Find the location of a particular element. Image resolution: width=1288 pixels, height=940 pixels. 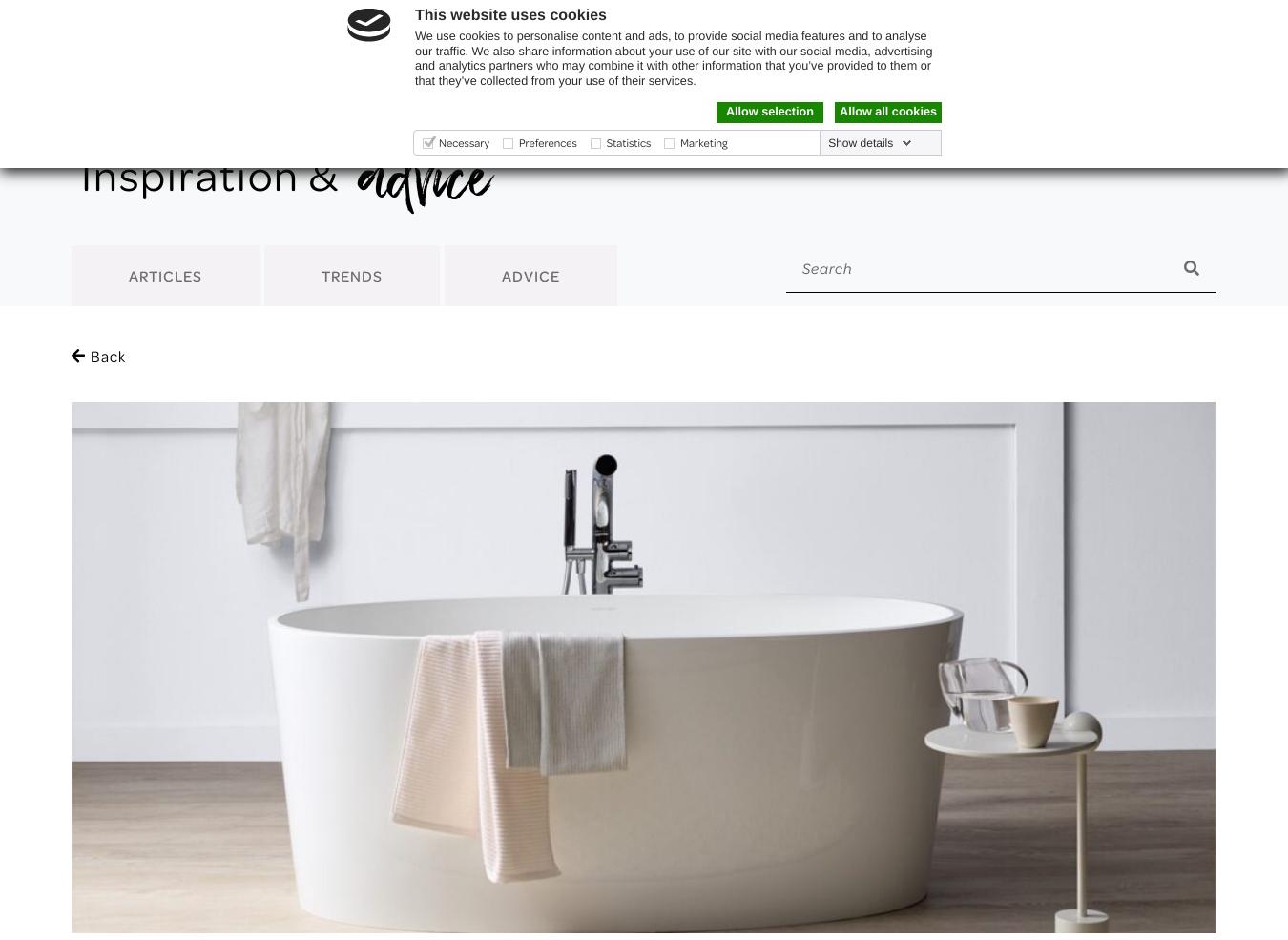

'Back' is located at coordinates (90, 356).